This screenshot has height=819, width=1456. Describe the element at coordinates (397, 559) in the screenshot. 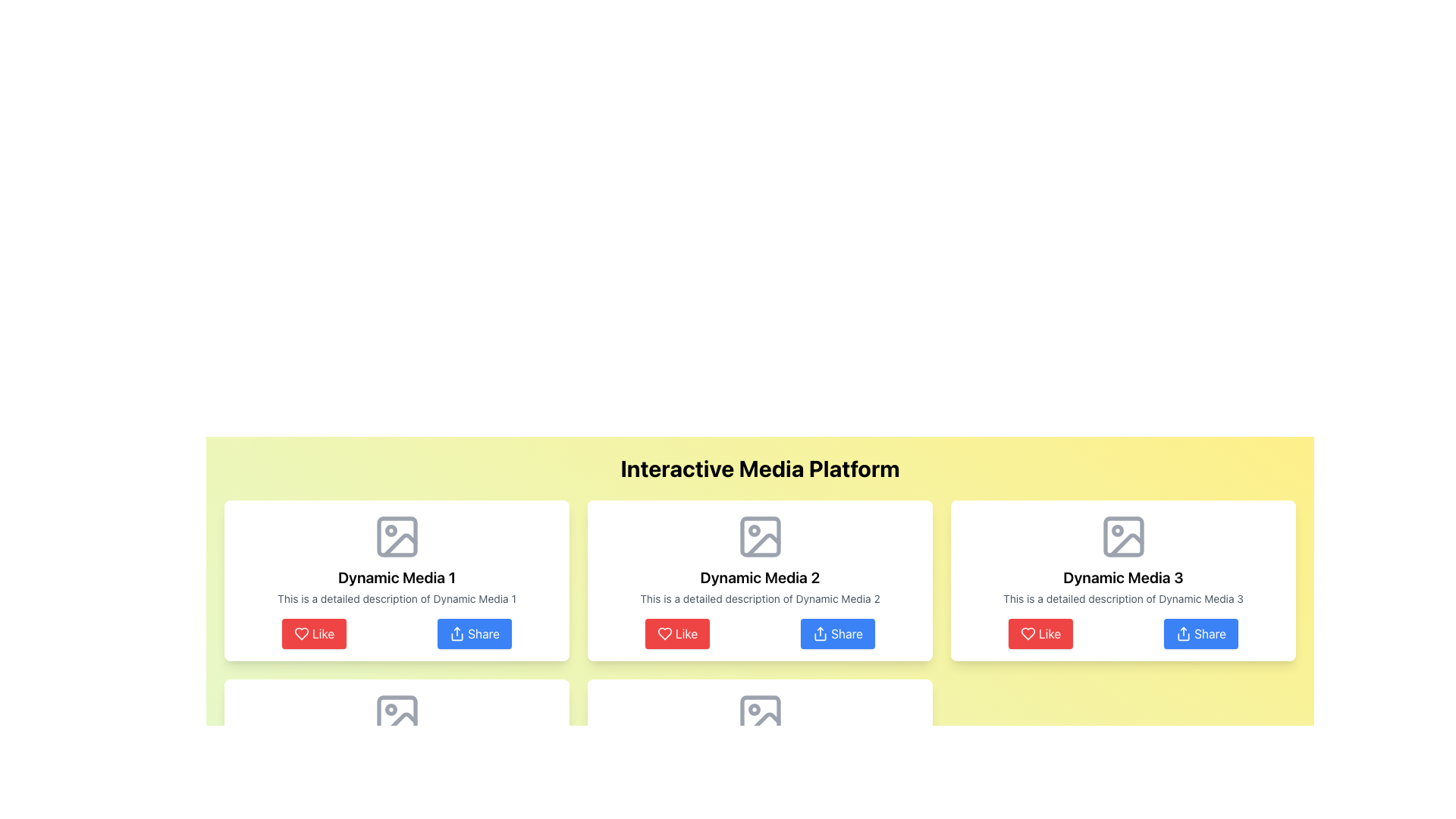

I see `title and description of the Content Block located at the top left section of the grid, next to 'Interactive Media Platform'` at that location.